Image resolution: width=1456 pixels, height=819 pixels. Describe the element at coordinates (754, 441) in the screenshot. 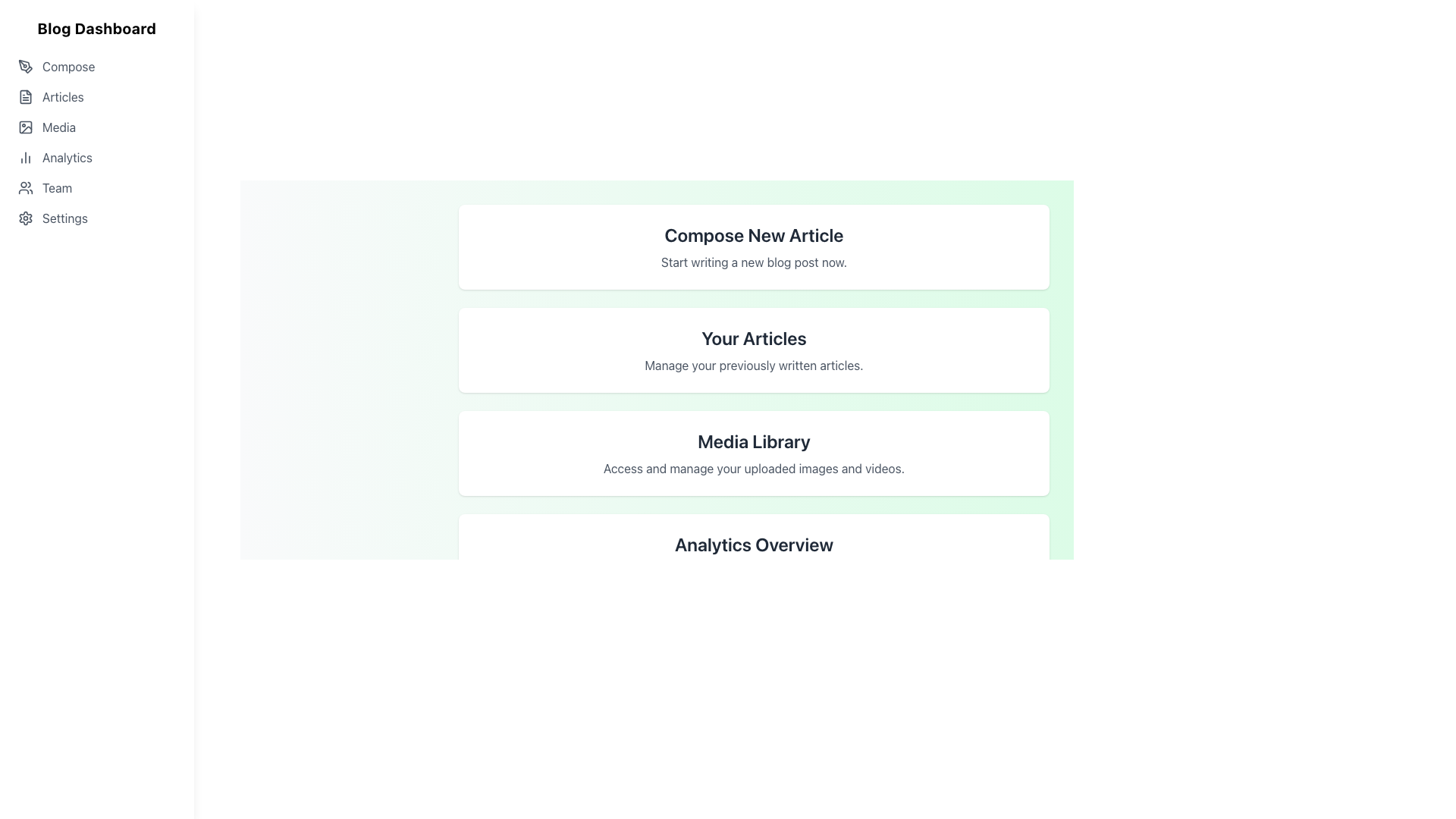

I see `the heading text 'Media Library' which is styled in a large black bold font and positioned at the center top of the white card labeled 'Media'` at that location.